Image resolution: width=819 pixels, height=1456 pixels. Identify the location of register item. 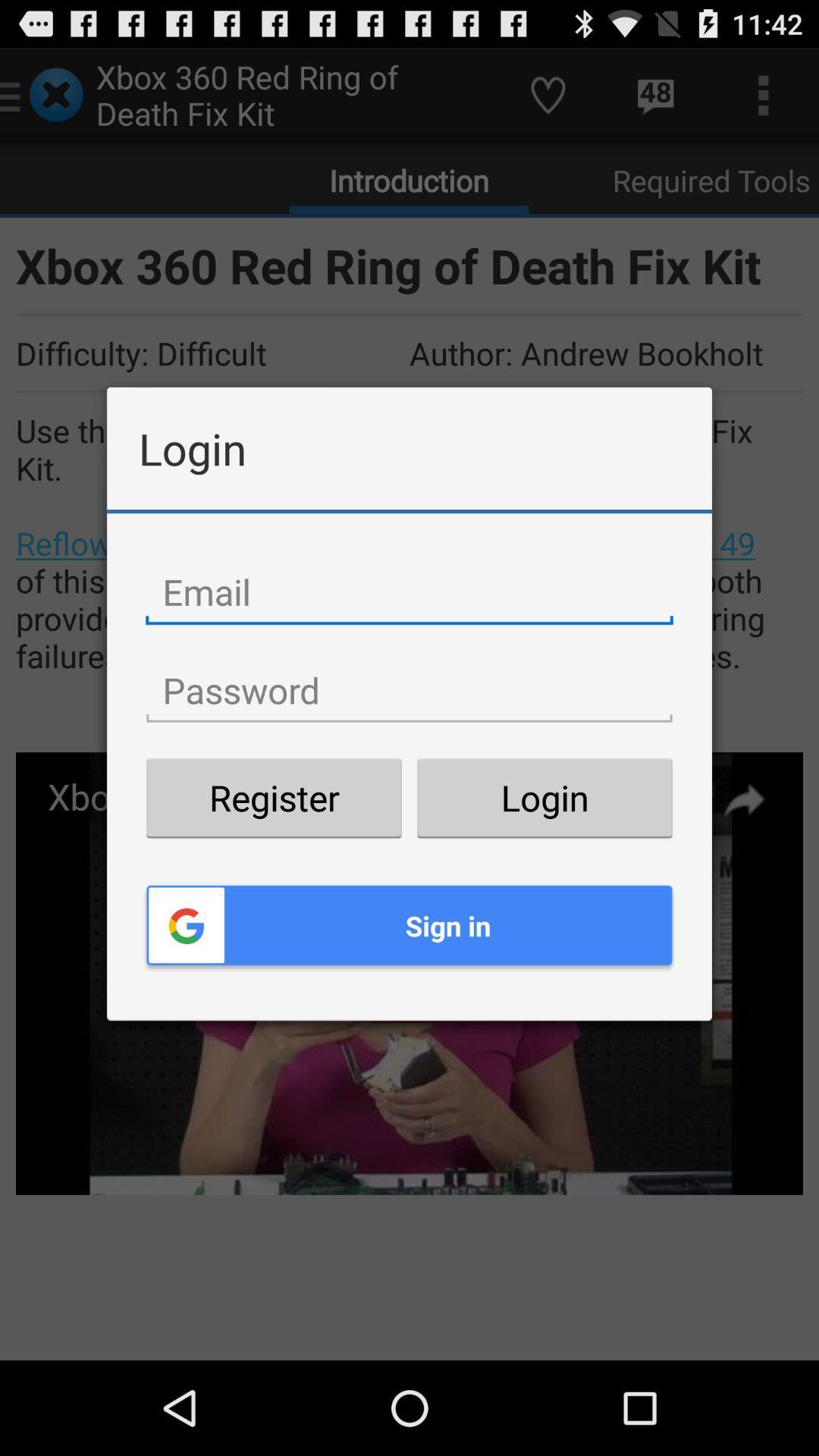
(274, 797).